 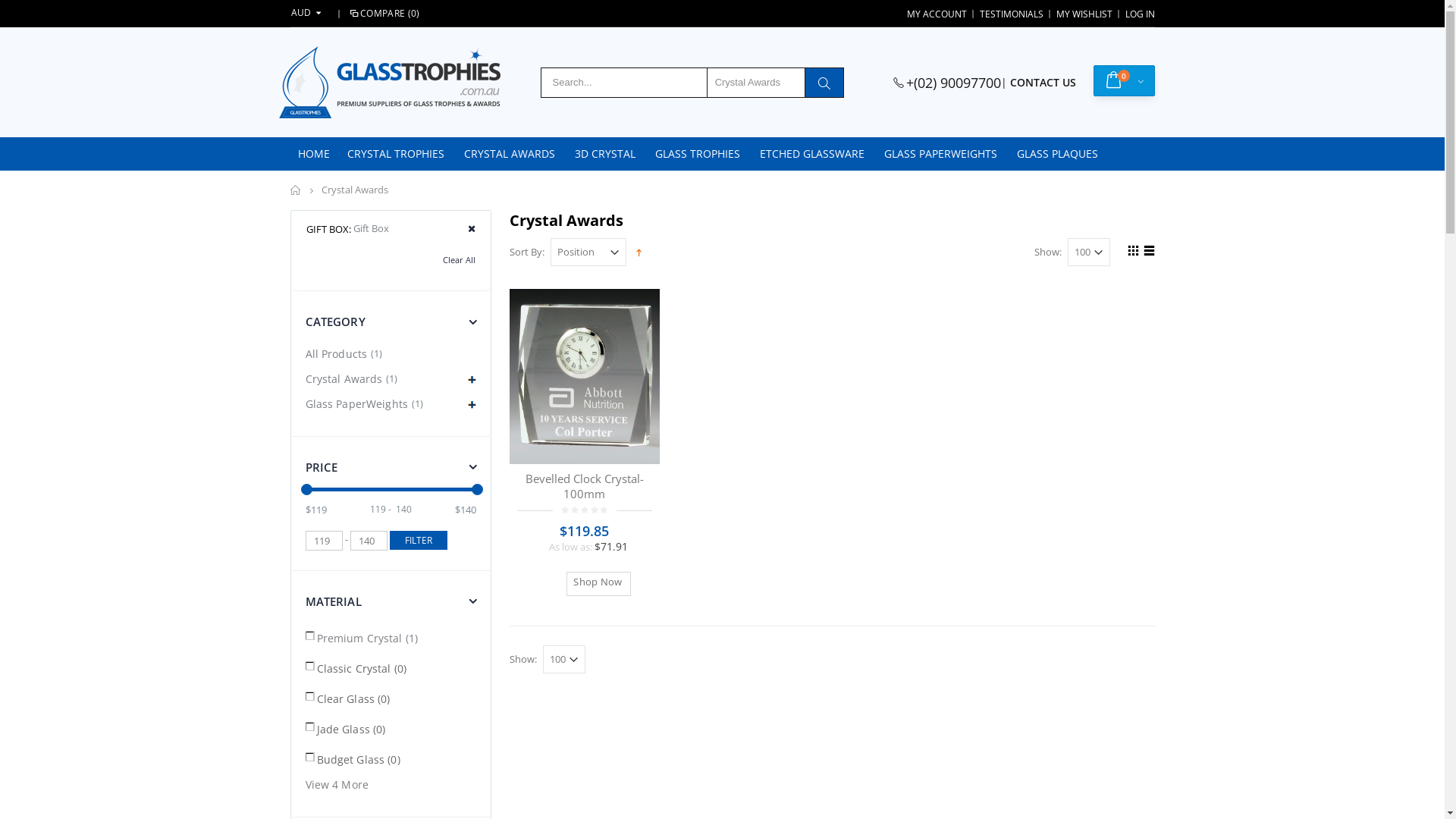 What do you see at coordinates (1146, 251) in the screenshot?
I see `'List'` at bounding box center [1146, 251].